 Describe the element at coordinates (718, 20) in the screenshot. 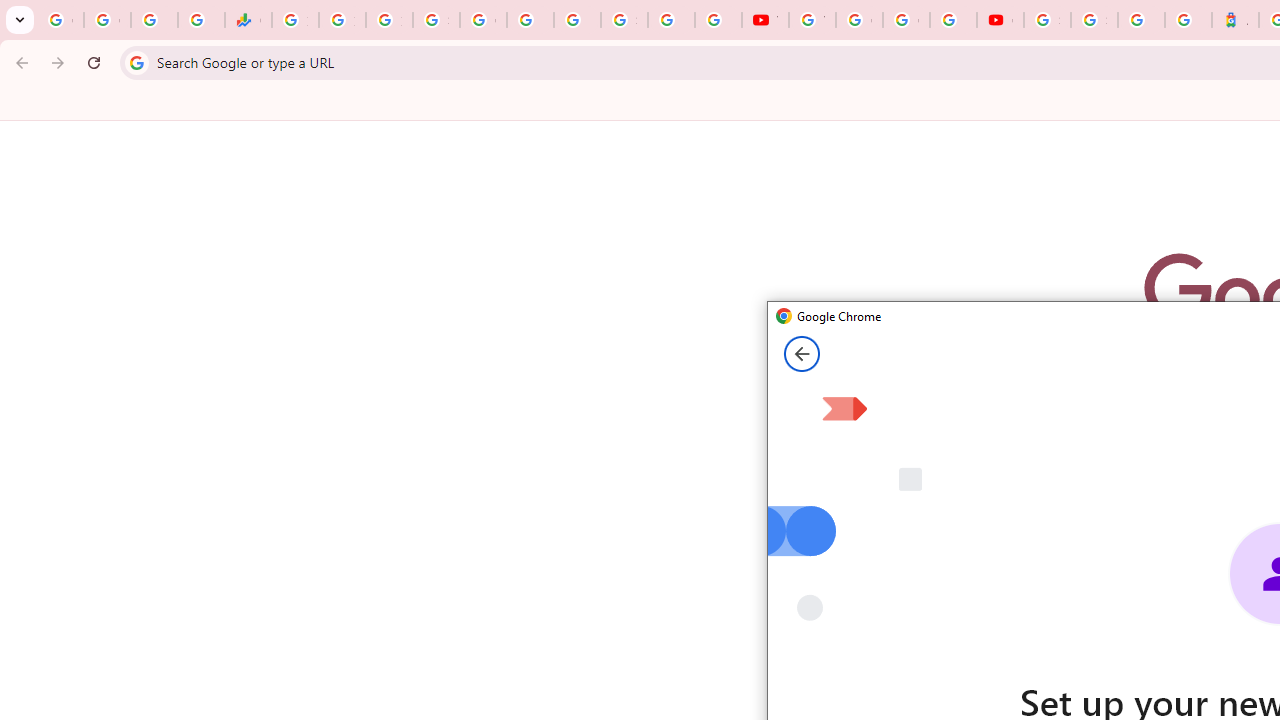

I see `'Privacy Checkup'` at that location.